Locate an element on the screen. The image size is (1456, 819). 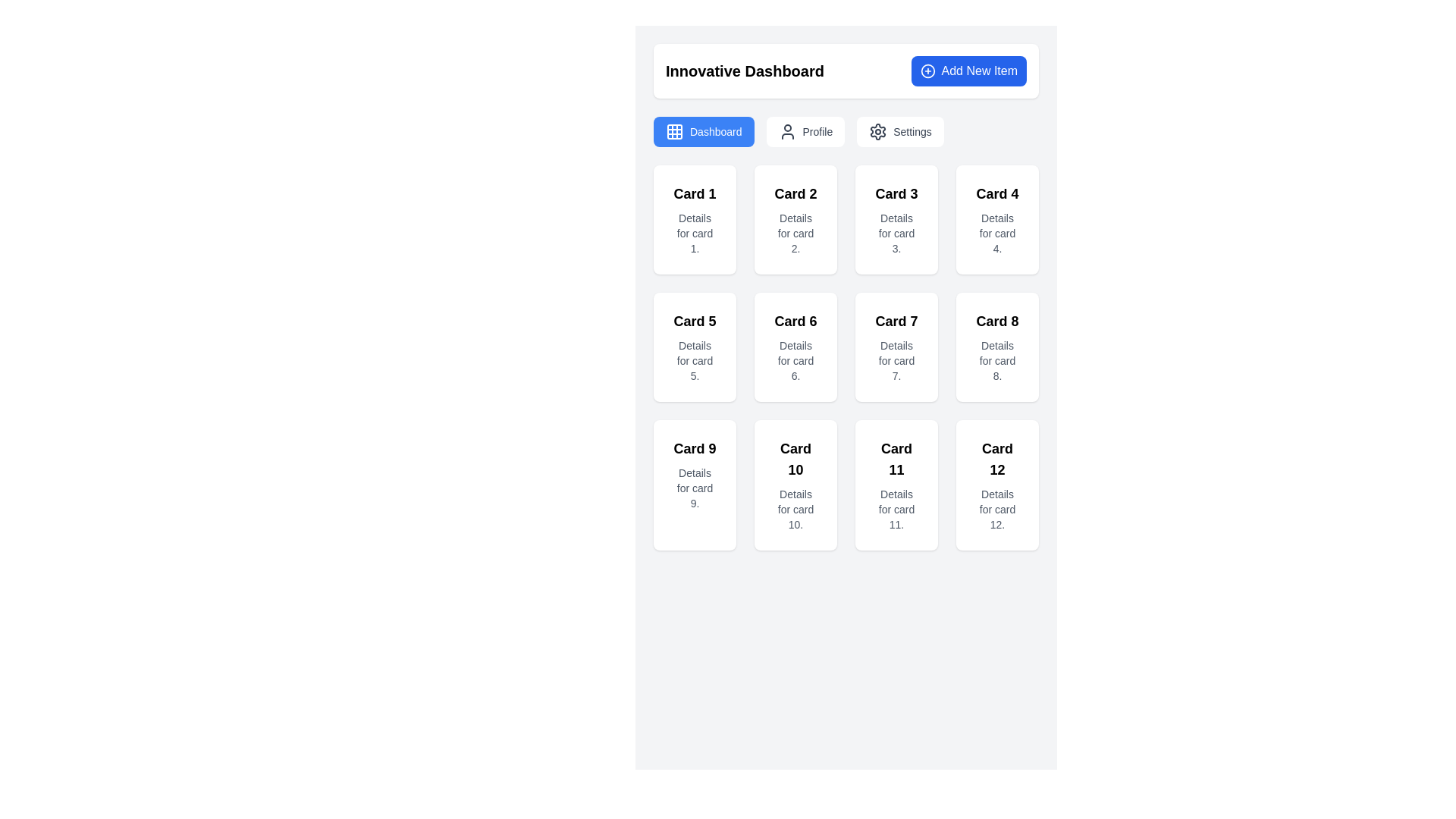
the 'Card 5' text label, which is bold and larger in size, positioned at the top of its rectangular card with rounded corners is located at coordinates (694, 321).